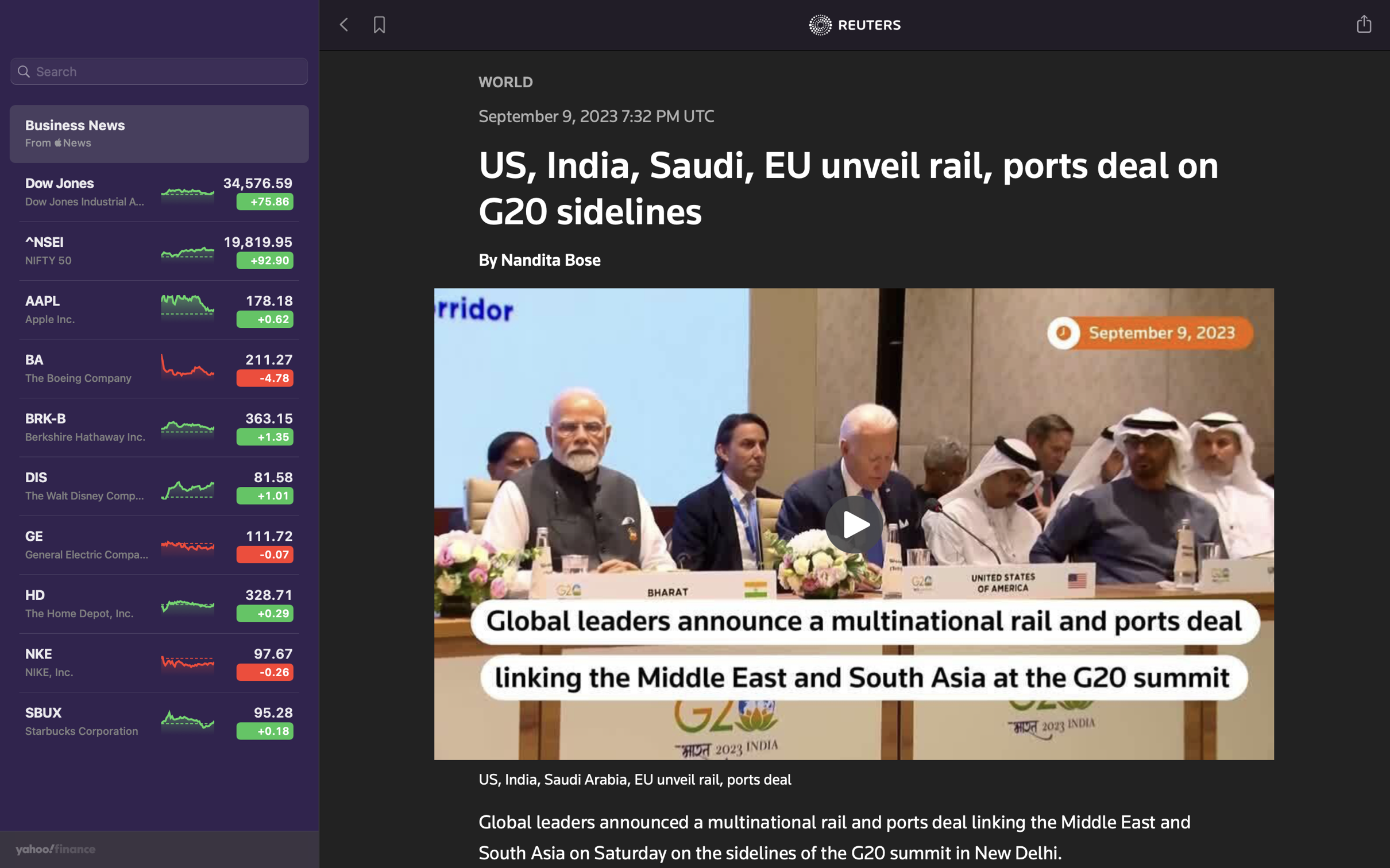 The image size is (1390, 868). I want to click on Share the latest news report on your Twitter feed, so click(1365, 22).